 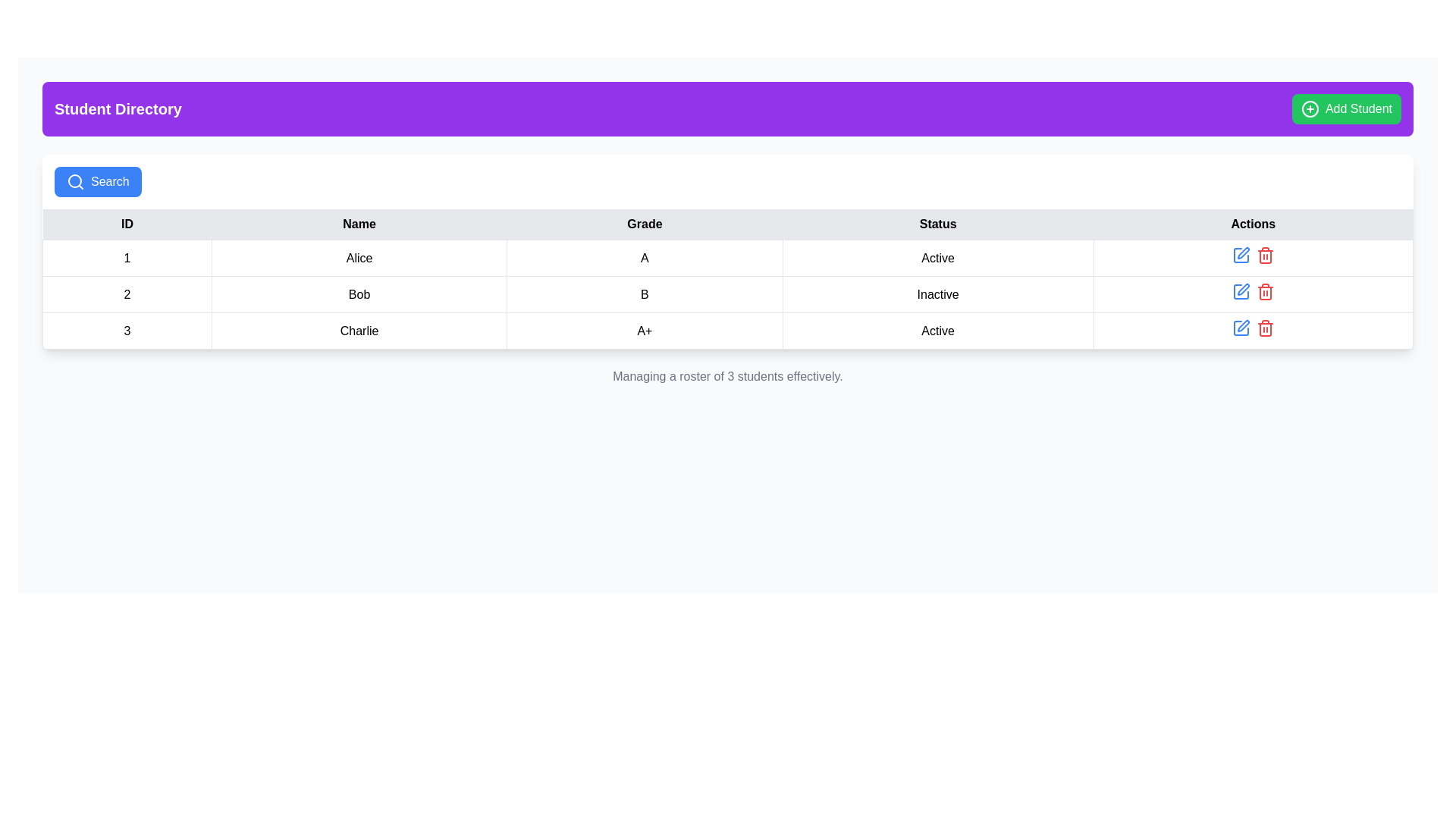 I want to click on the 'Active' text label in the 'Status' column for the user 'Charlie' in the third row of the table, so click(x=937, y=330).